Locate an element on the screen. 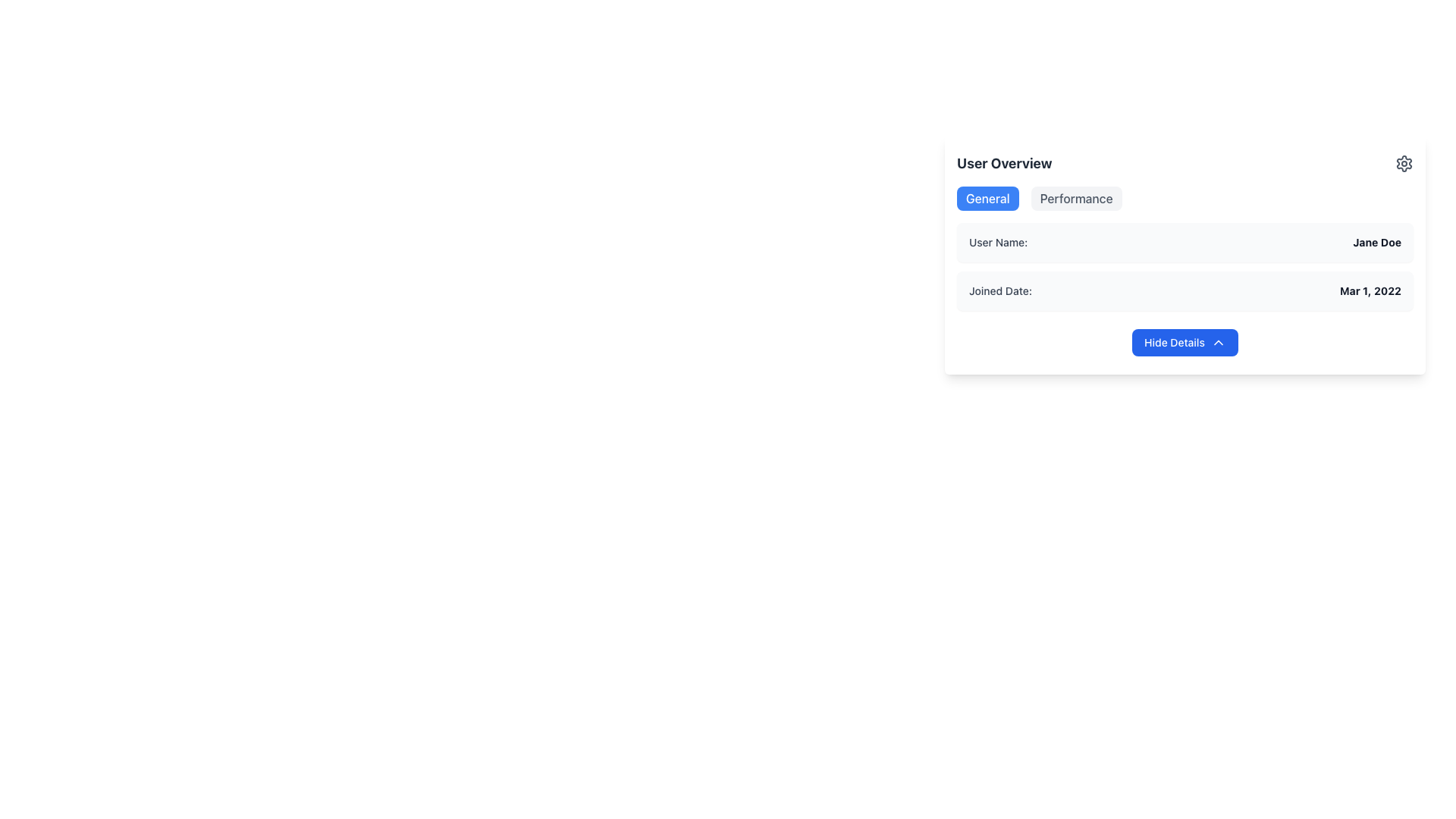 This screenshot has width=1456, height=819. the Text Display that shows the user's name, located to the right of the 'User Name:' heading in the upper part of the interface is located at coordinates (1377, 242).